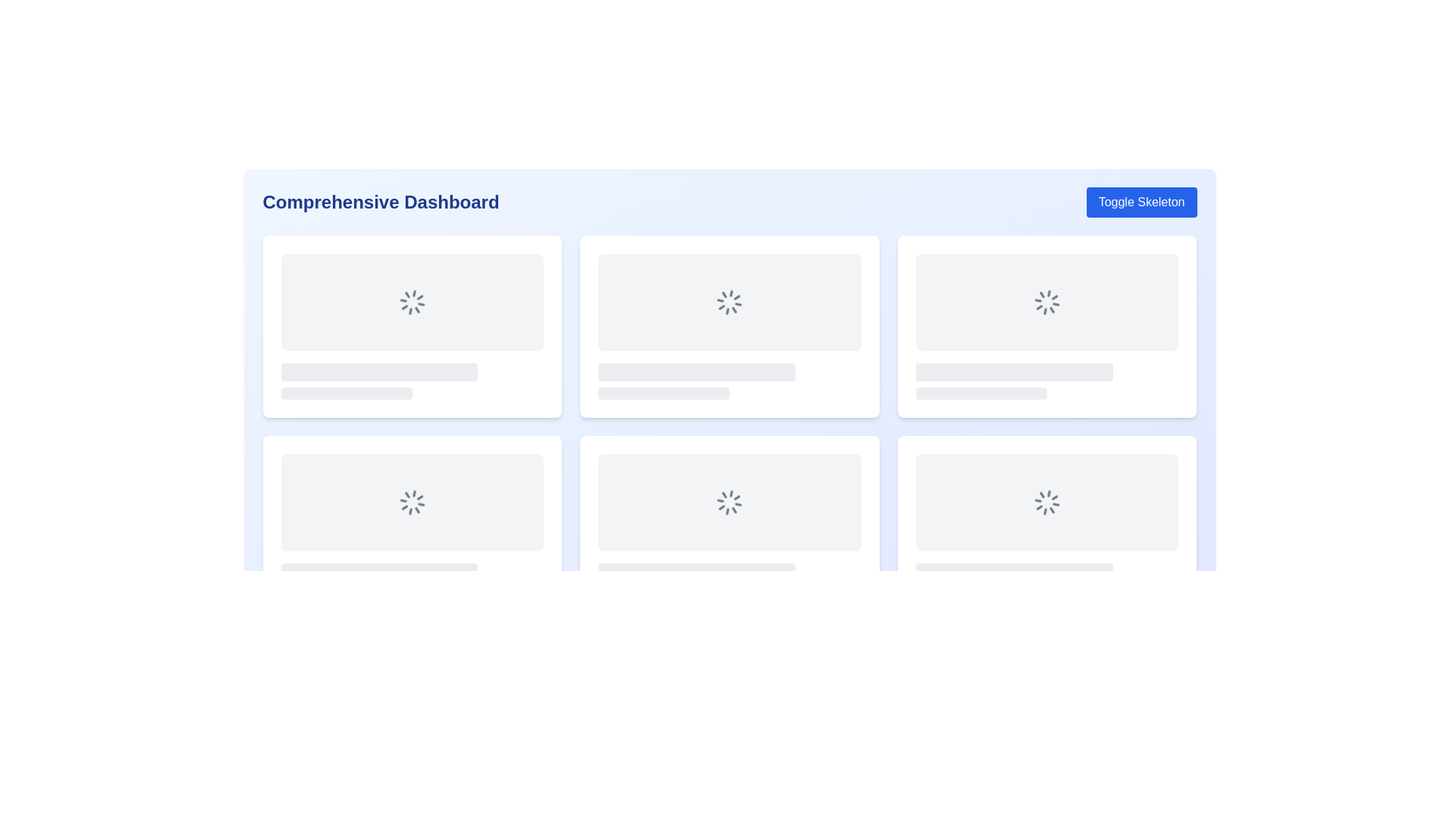 This screenshot has width=1456, height=819. What do you see at coordinates (412, 302) in the screenshot?
I see `the Loader, which is a visual indicator for loading or processing, centrally positioned in the first card of the leftmost column in the first row` at bounding box center [412, 302].